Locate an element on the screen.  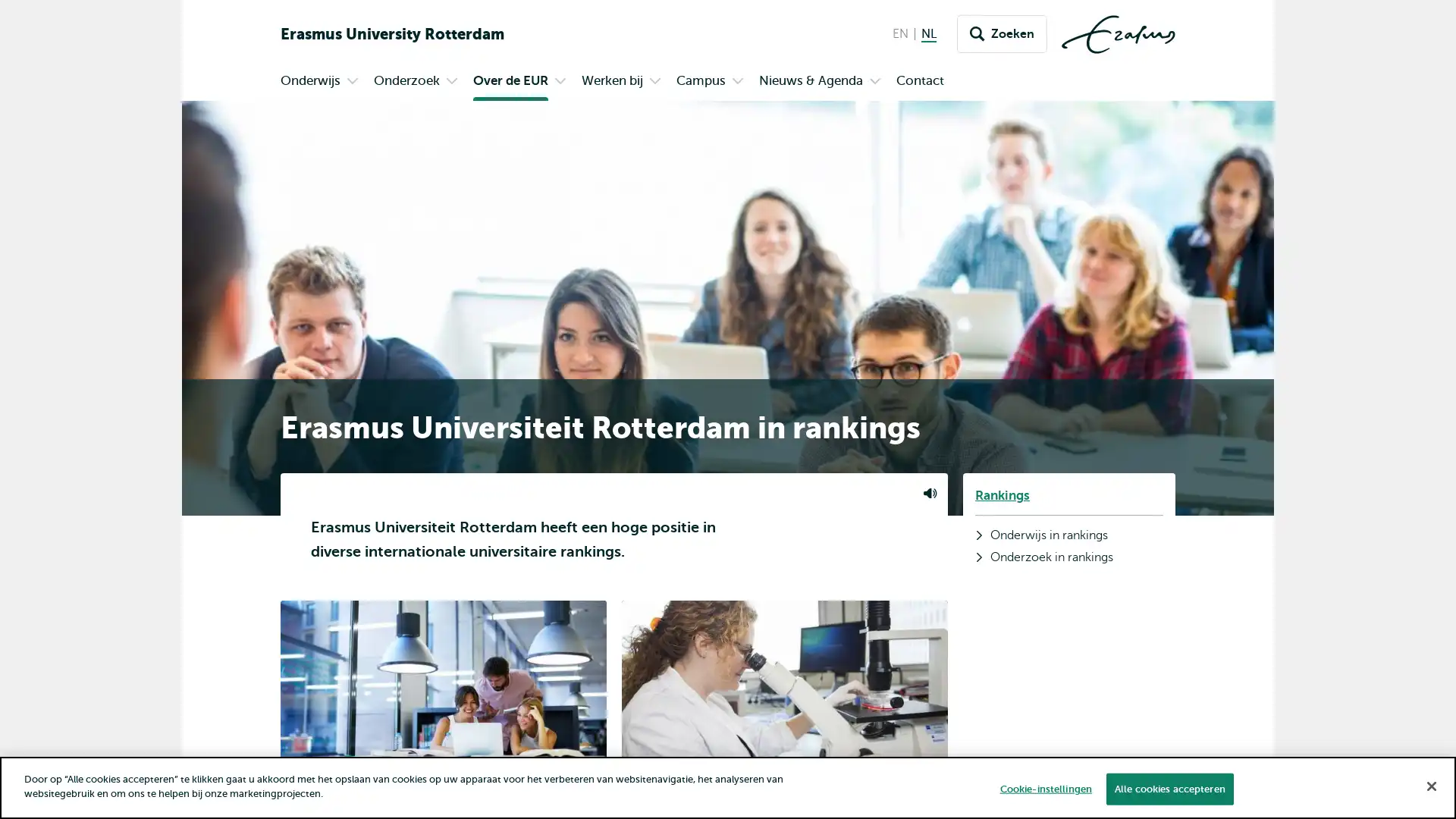
Open submenu is located at coordinates (655, 82).